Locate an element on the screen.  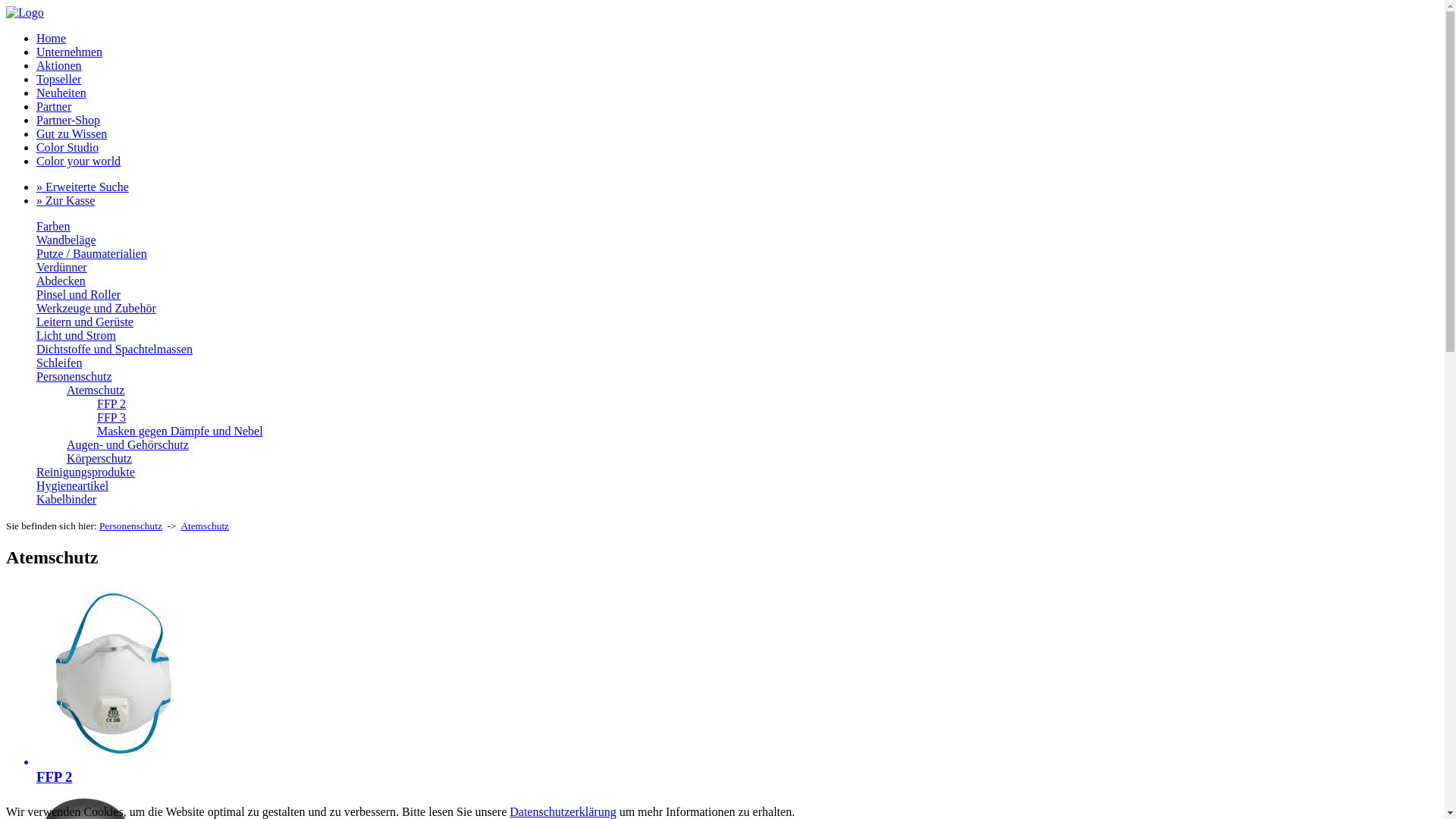
'Hygieneartikel' is located at coordinates (71, 485).